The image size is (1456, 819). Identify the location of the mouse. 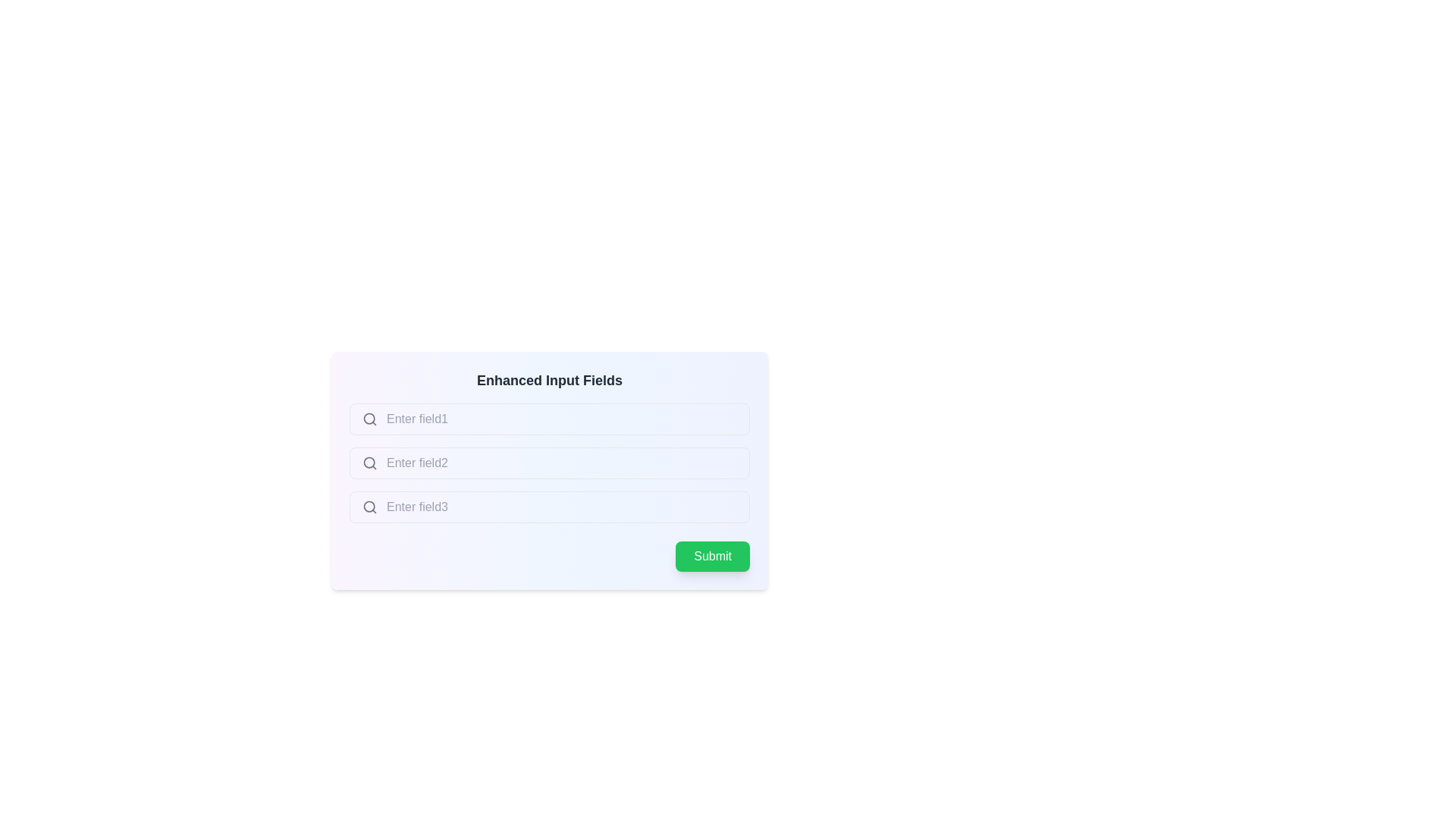
(548, 462).